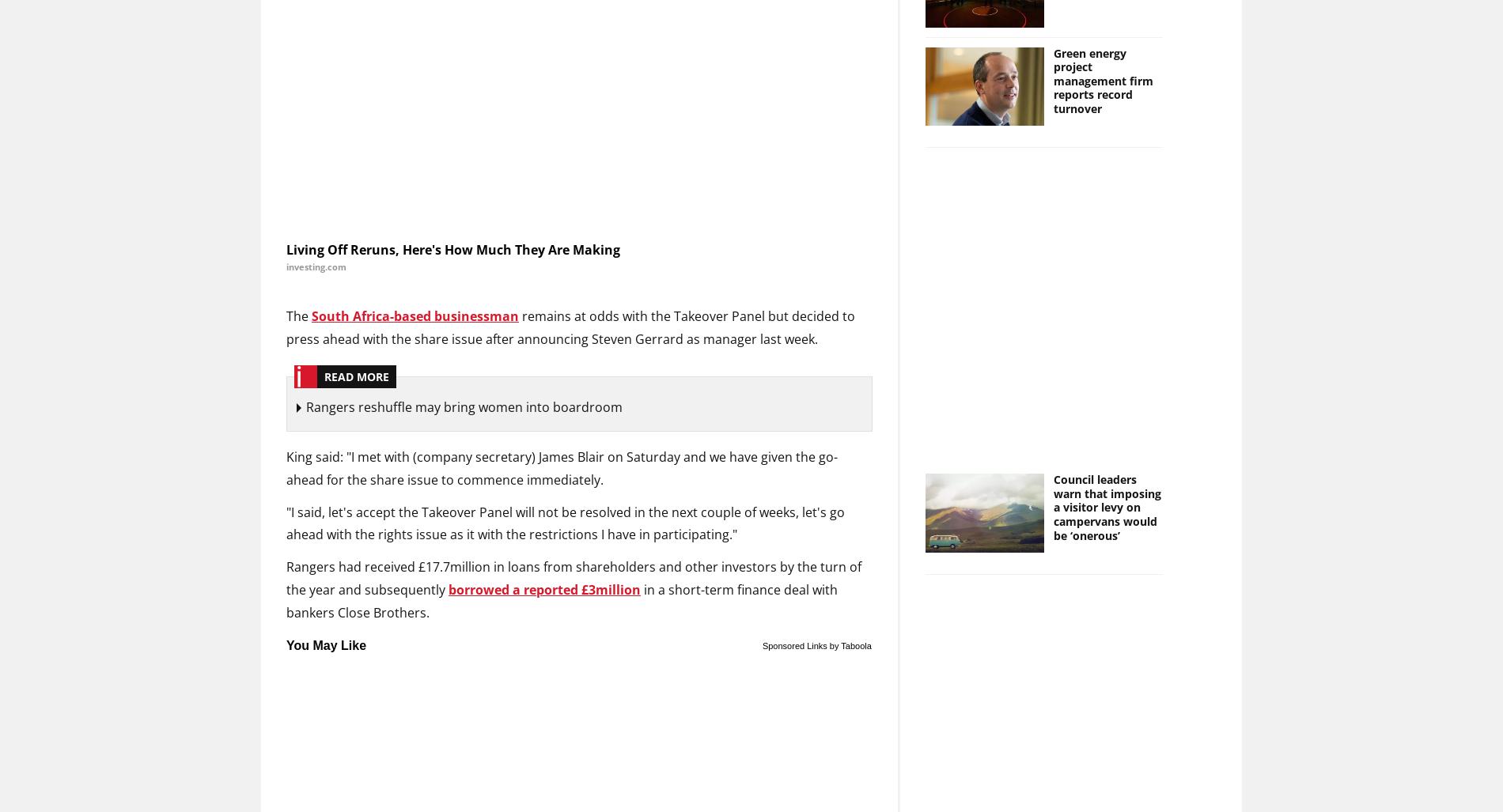  I want to click on 'in a short-term finance deal with bankers Close Brothers.', so click(285, 599).